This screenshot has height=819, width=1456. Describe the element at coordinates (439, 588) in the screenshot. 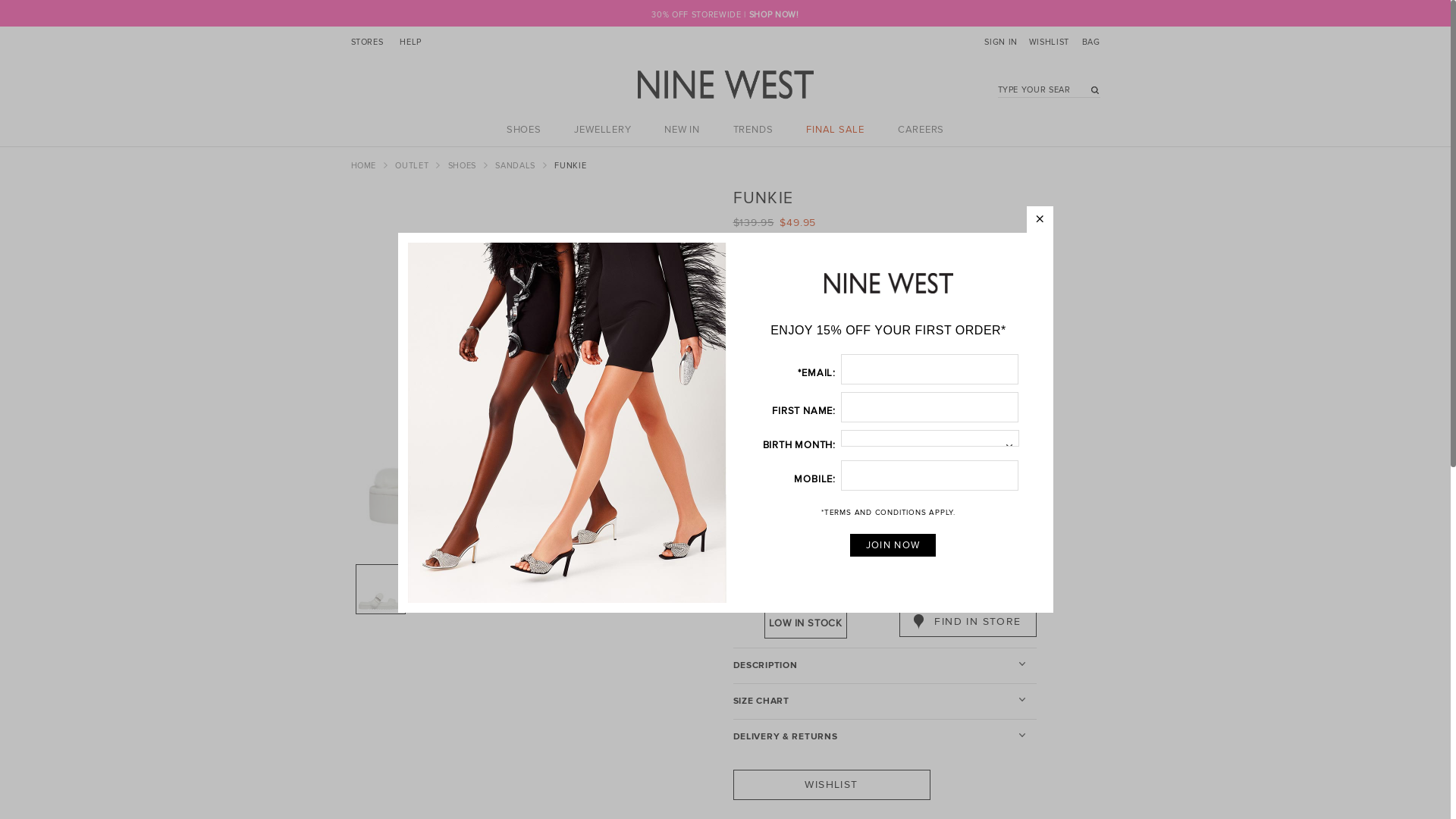

I see `'FUNKIE  IVORY'` at that location.